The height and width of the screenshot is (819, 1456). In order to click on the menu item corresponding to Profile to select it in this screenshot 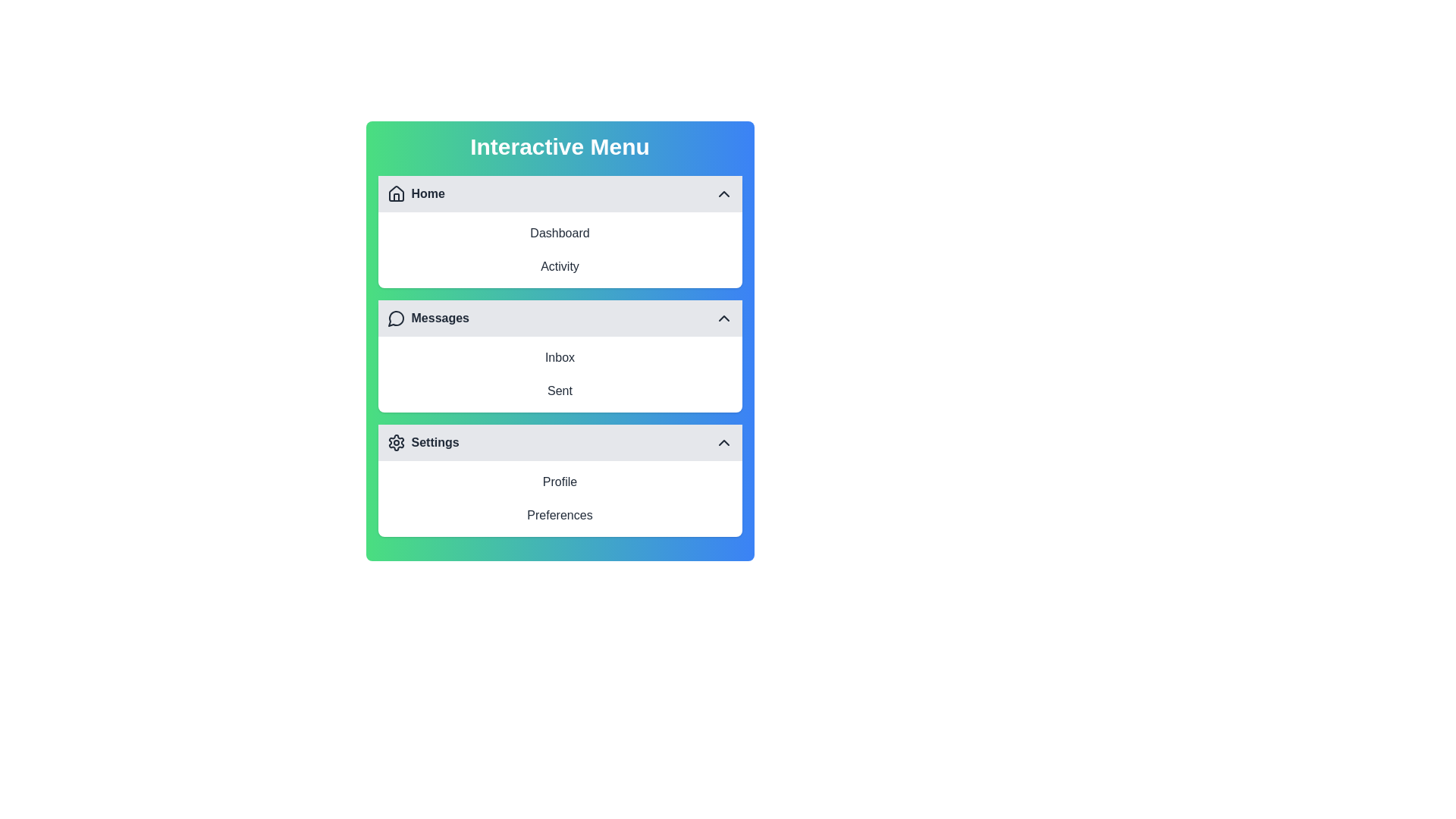, I will do `click(559, 482)`.